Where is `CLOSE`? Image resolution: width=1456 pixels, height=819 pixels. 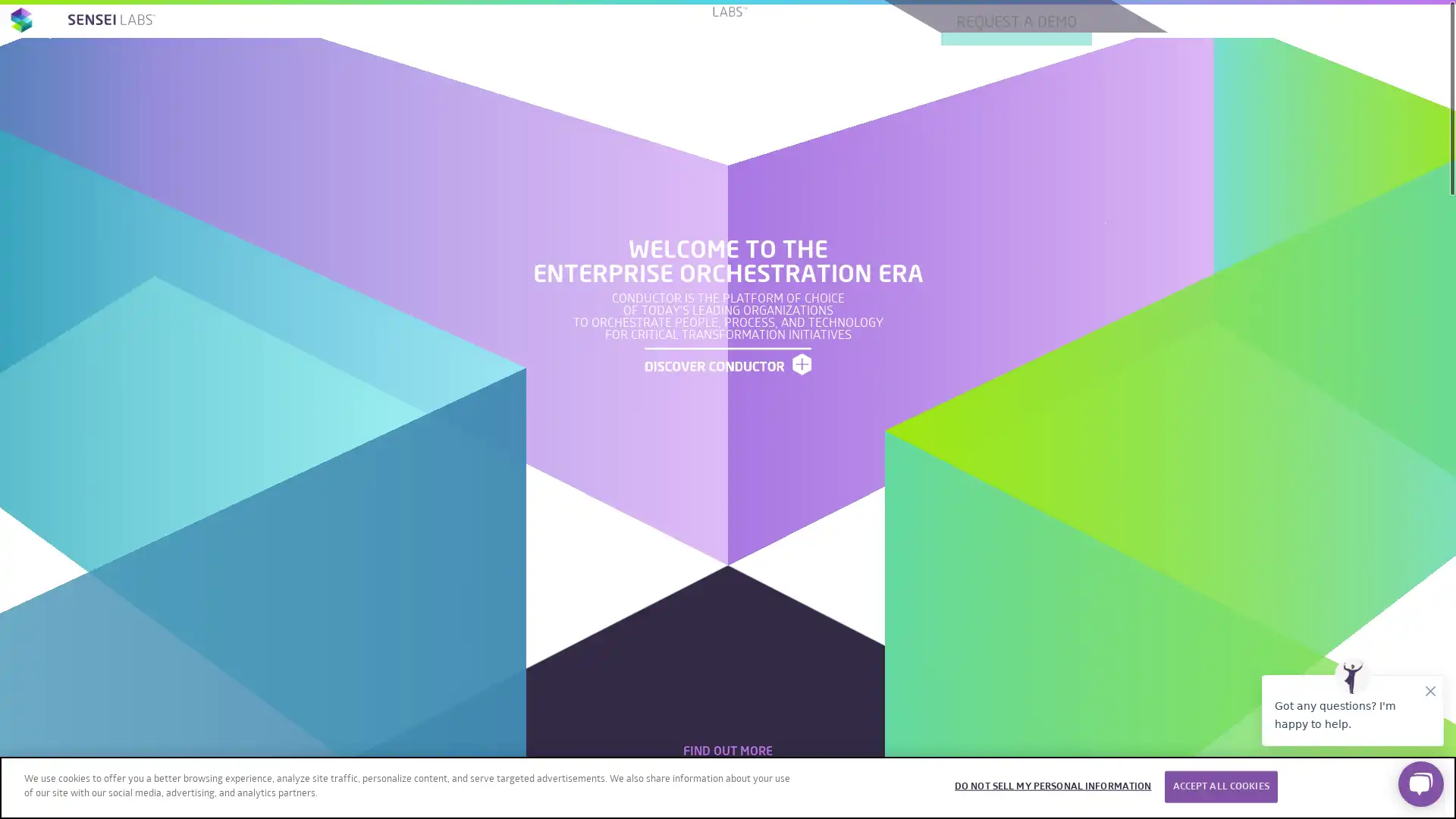
CLOSE is located at coordinates (1430, 784).